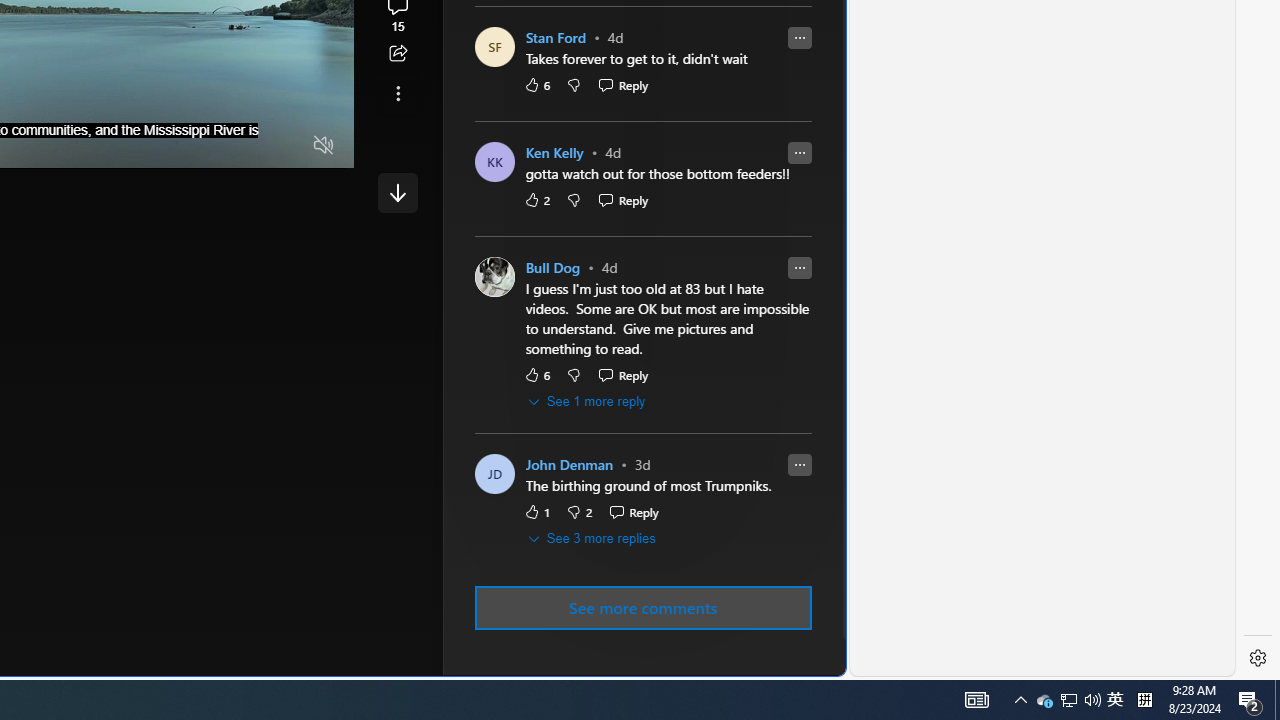  What do you see at coordinates (552, 267) in the screenshot?
I see `'Bull Dog'` at bounding box center [552, 267].